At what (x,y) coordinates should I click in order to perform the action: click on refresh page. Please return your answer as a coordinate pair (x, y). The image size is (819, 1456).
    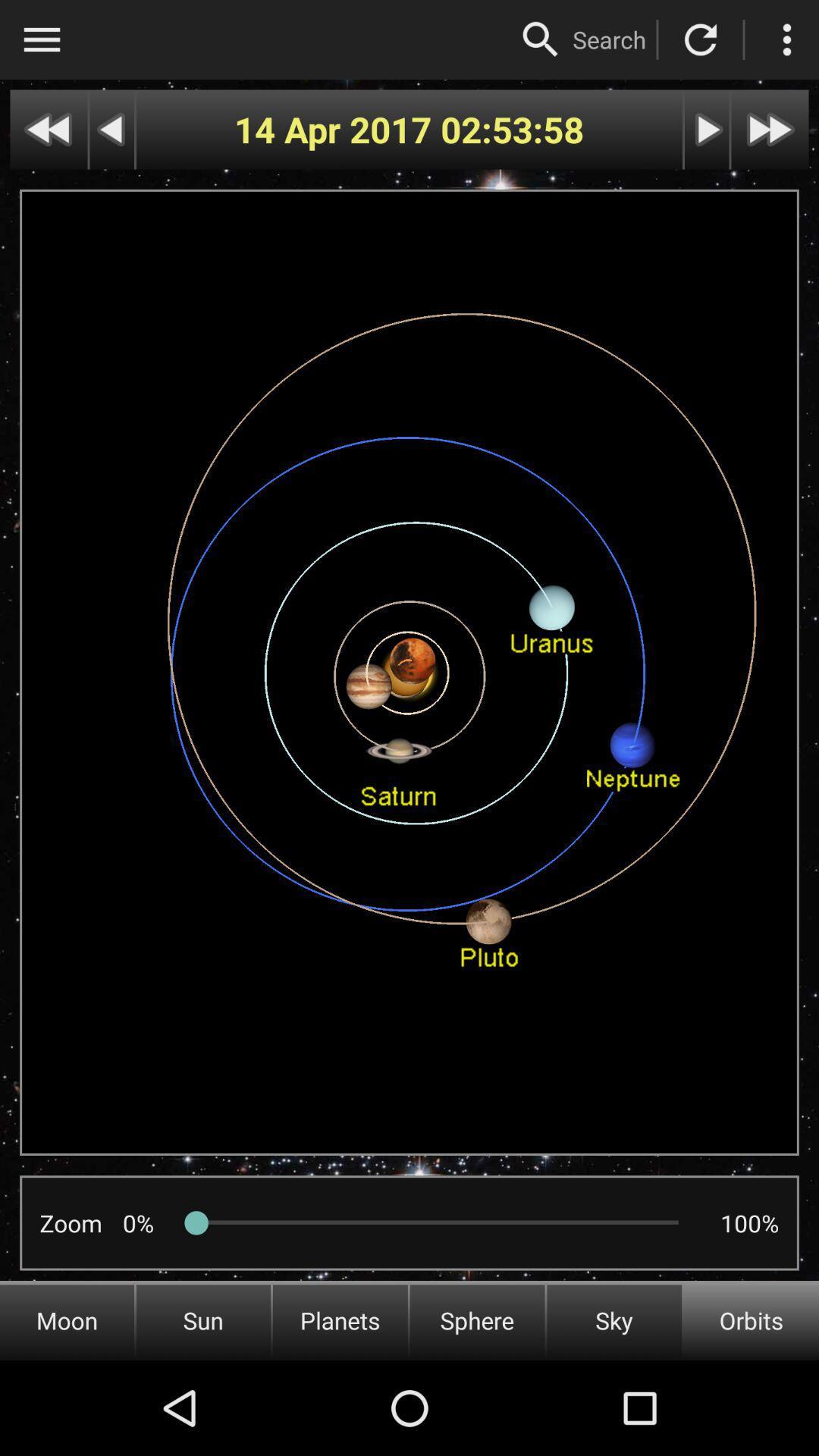
    Looking at the image, I should click on (701, 39).